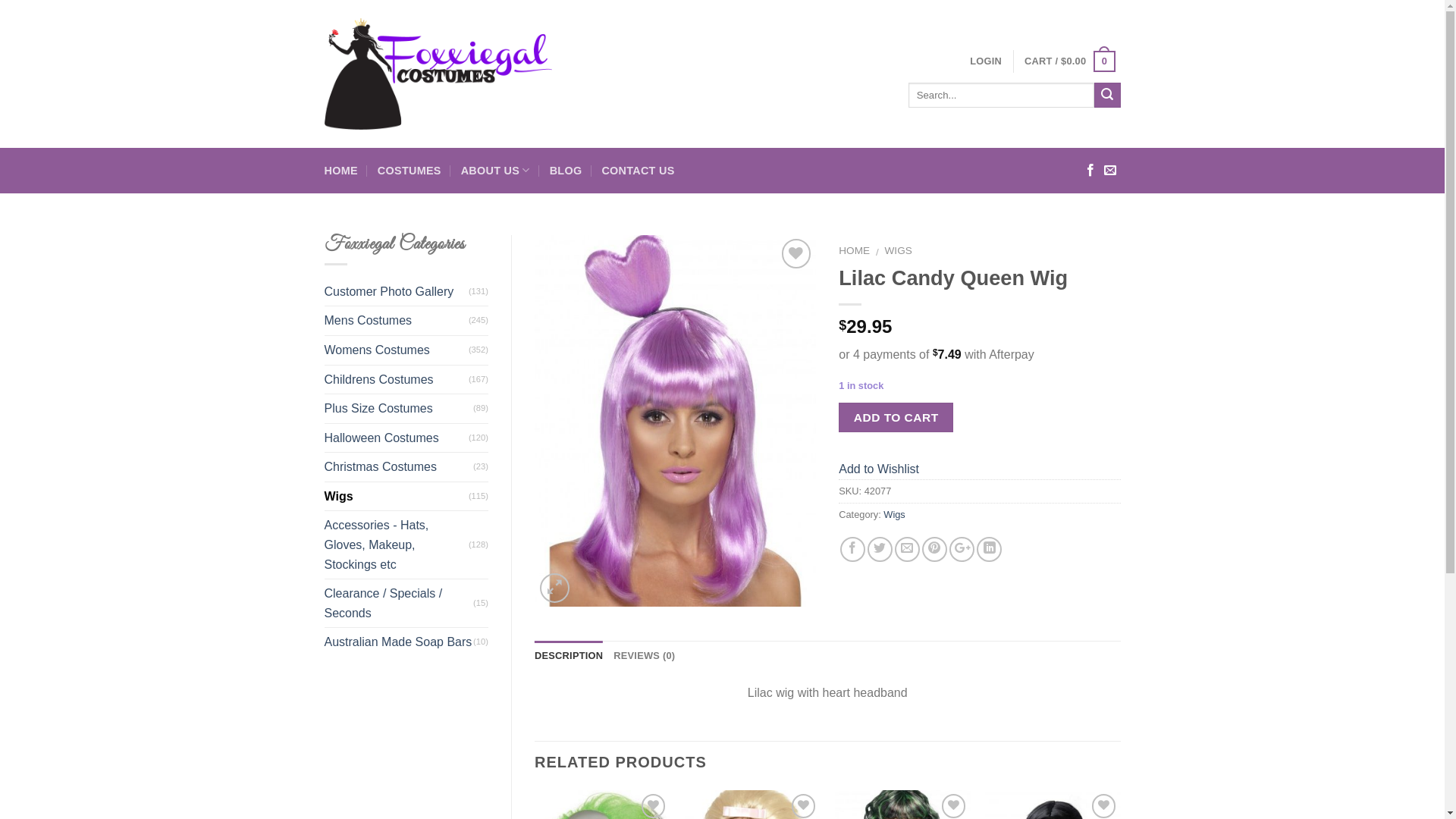 The image size is (1456, 819). I want to click on 'Wigs', so click(883, 513).